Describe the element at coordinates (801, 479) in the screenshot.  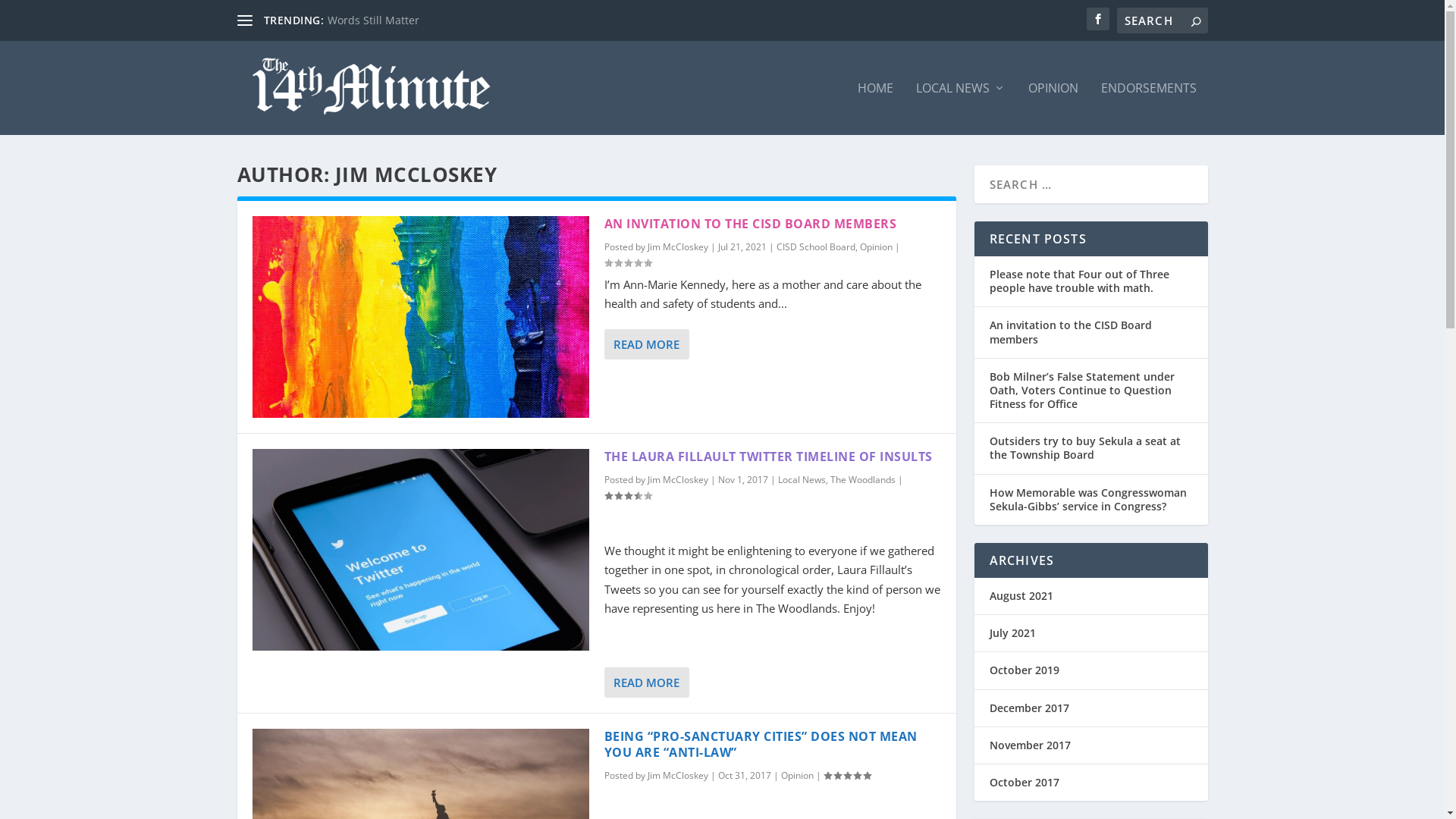
I see `'Local News'` at that location.